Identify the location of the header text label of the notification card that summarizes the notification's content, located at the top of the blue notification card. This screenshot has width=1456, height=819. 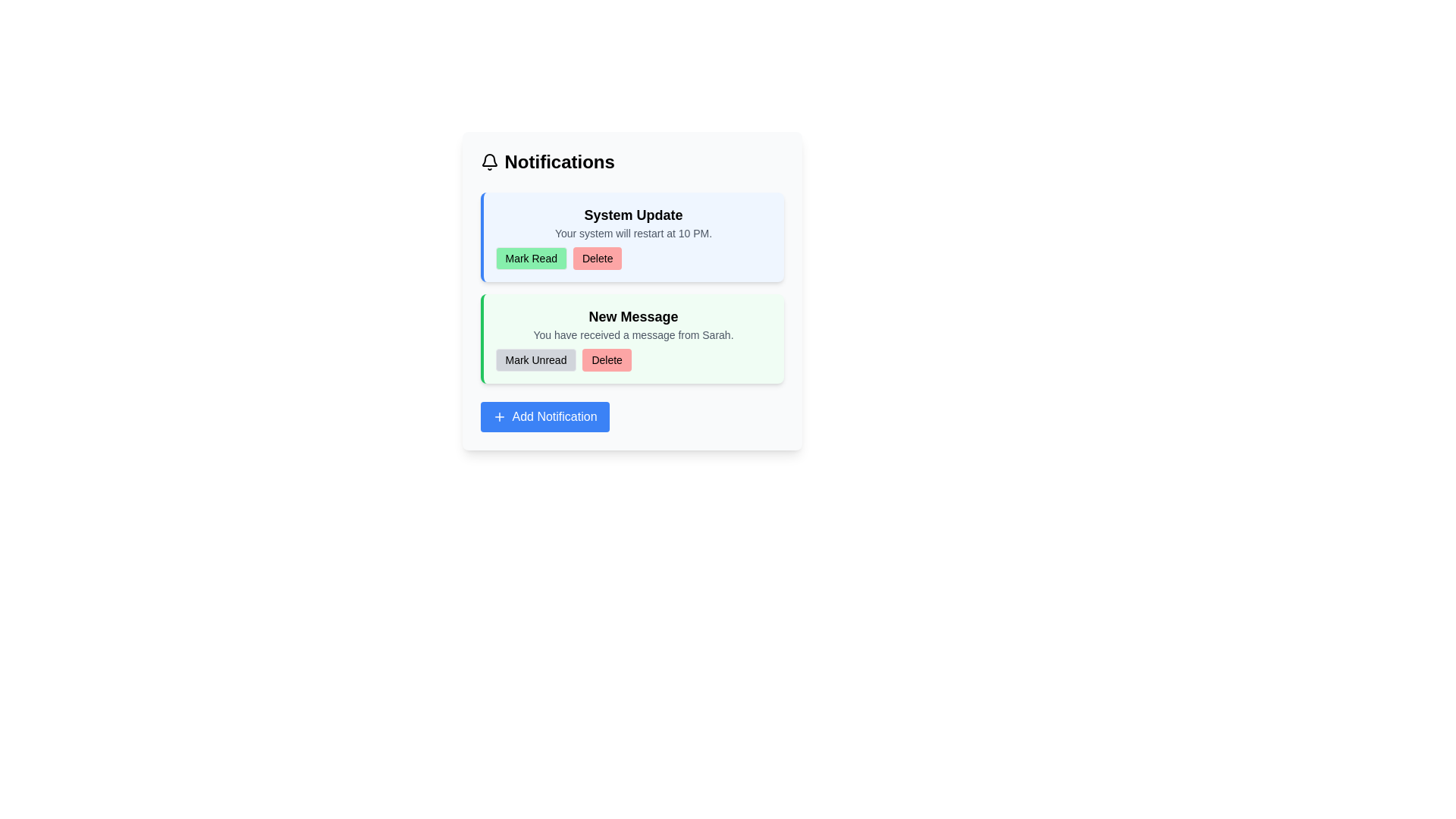
(633, 215).